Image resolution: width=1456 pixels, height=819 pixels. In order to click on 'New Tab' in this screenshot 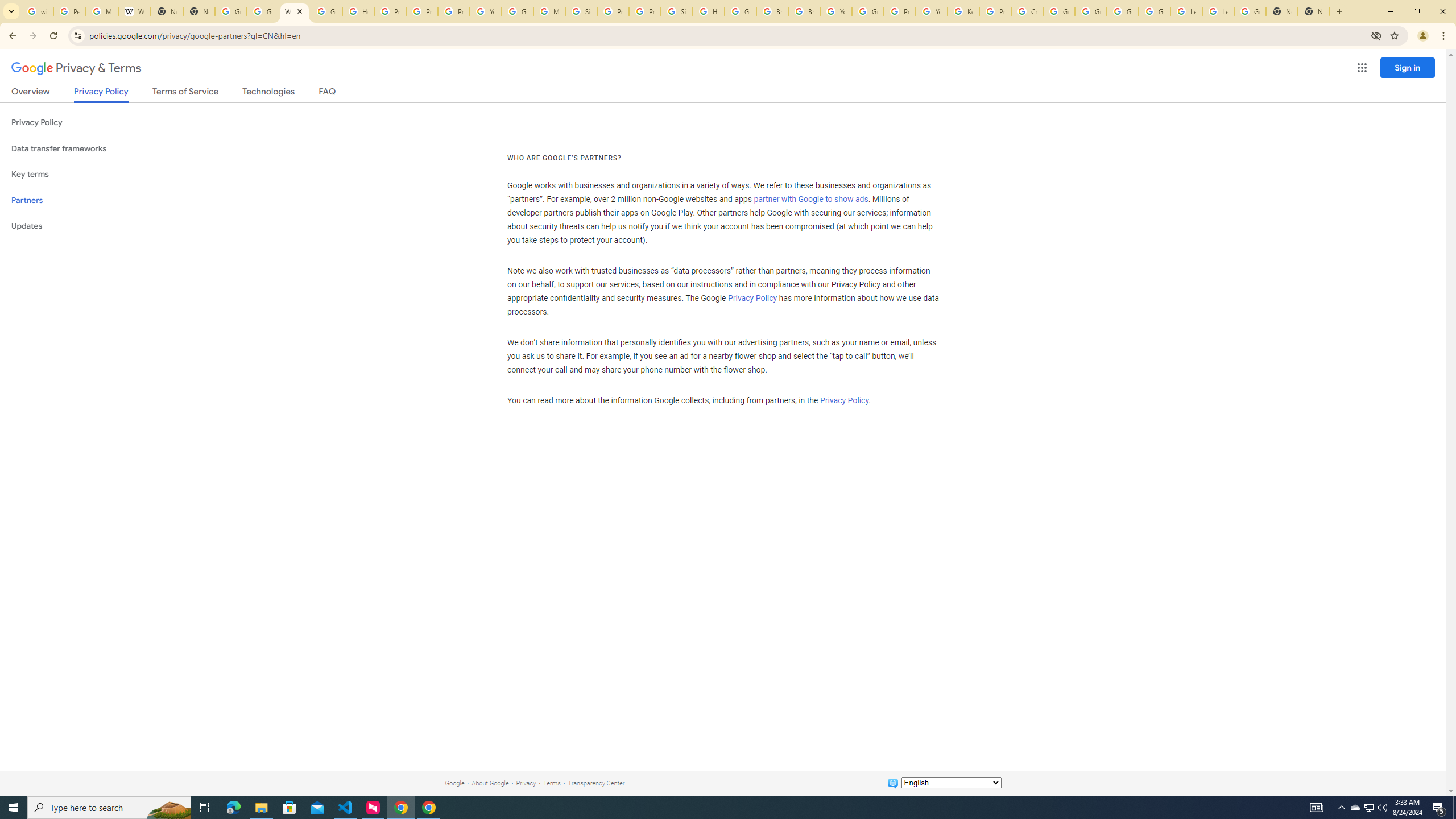, I will do `click(1314, 11)`.